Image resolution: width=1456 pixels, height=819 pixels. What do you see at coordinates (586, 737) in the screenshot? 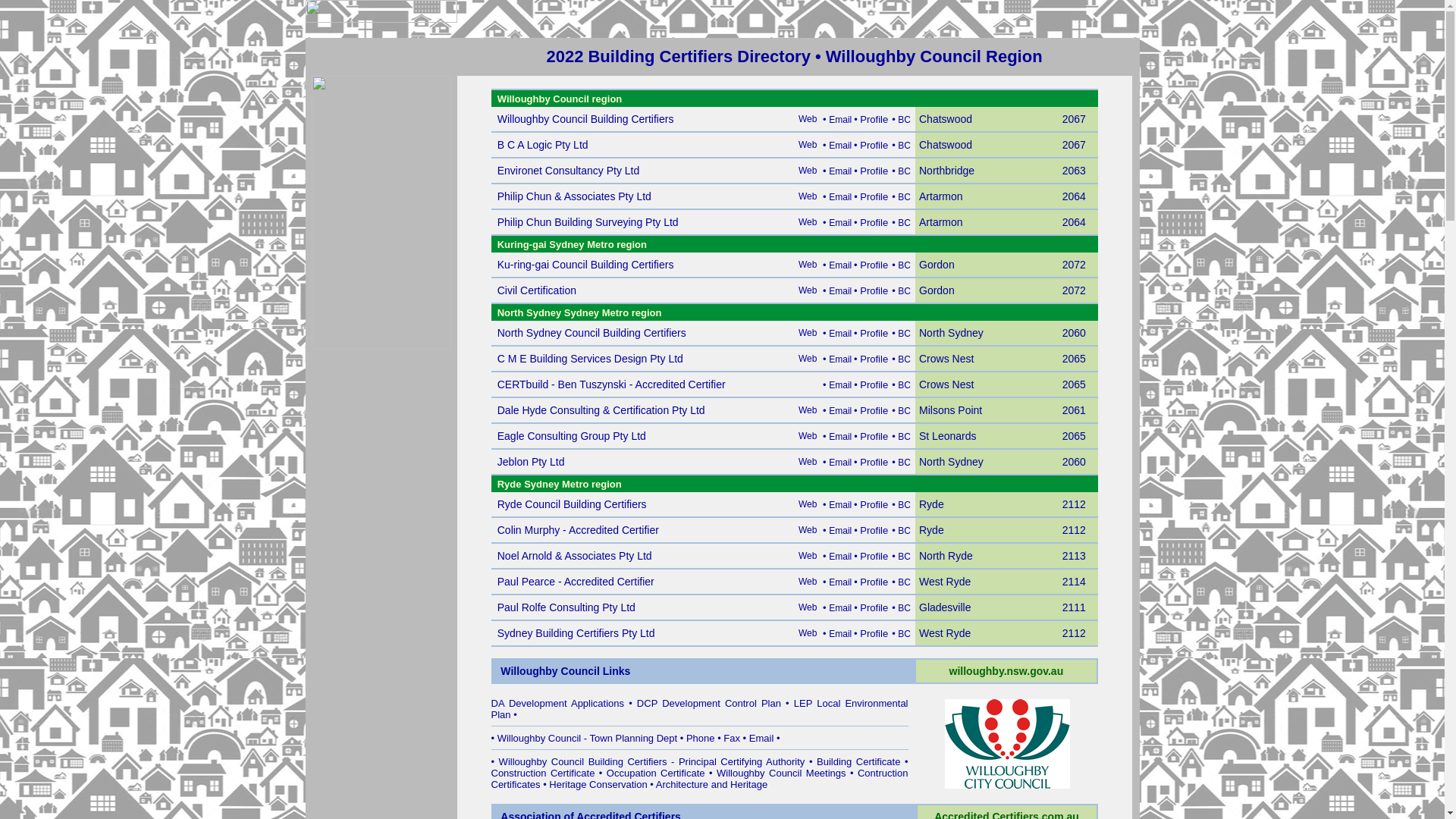
I see `'Willoughby Council - Town Planning Dept'` at bounding box center [586, 737].